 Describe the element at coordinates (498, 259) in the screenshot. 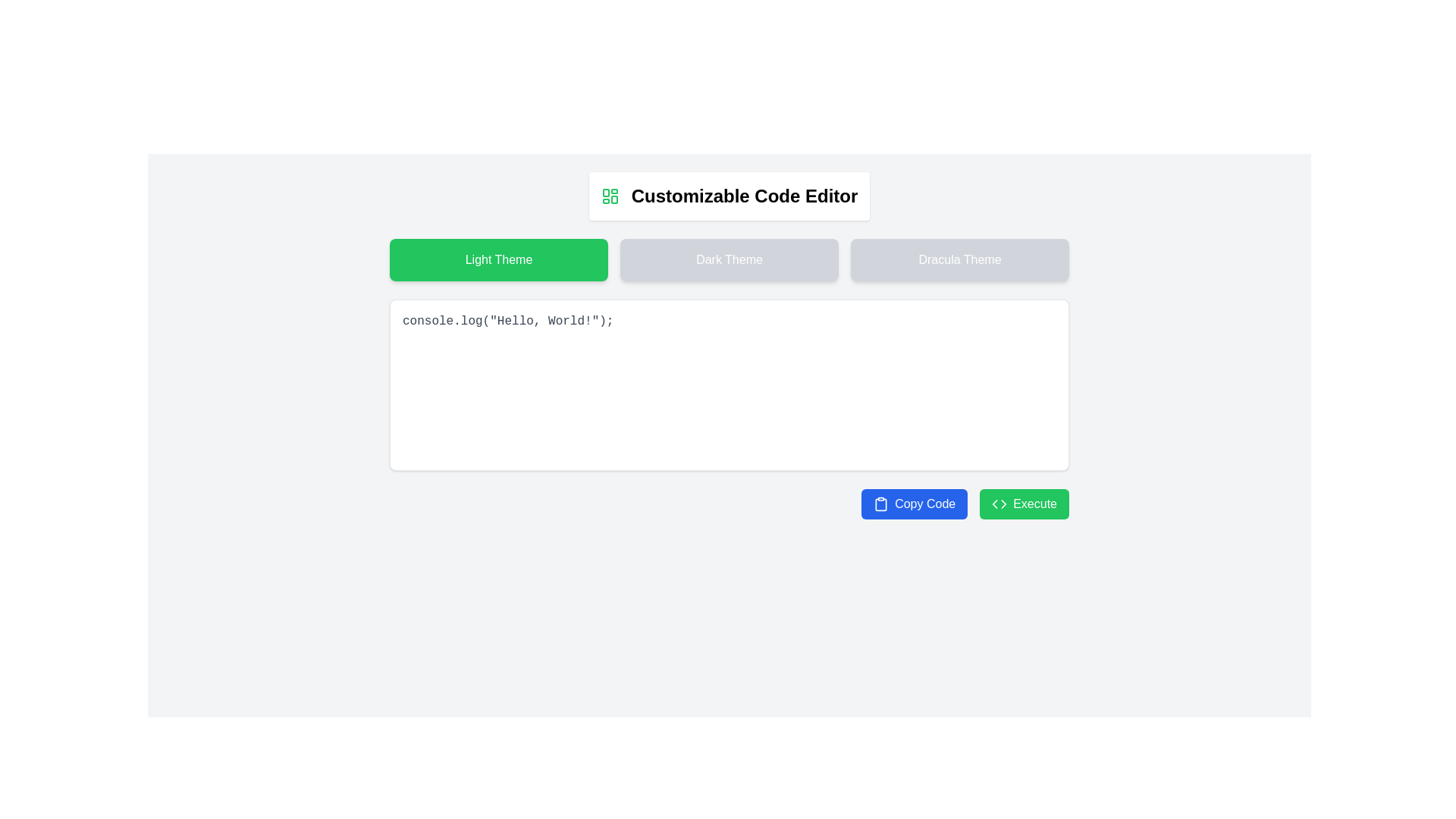

I see `the 'Light Theme' button located at the top left of the three horizontally aligned buttons to observe any hover effects` at that location.